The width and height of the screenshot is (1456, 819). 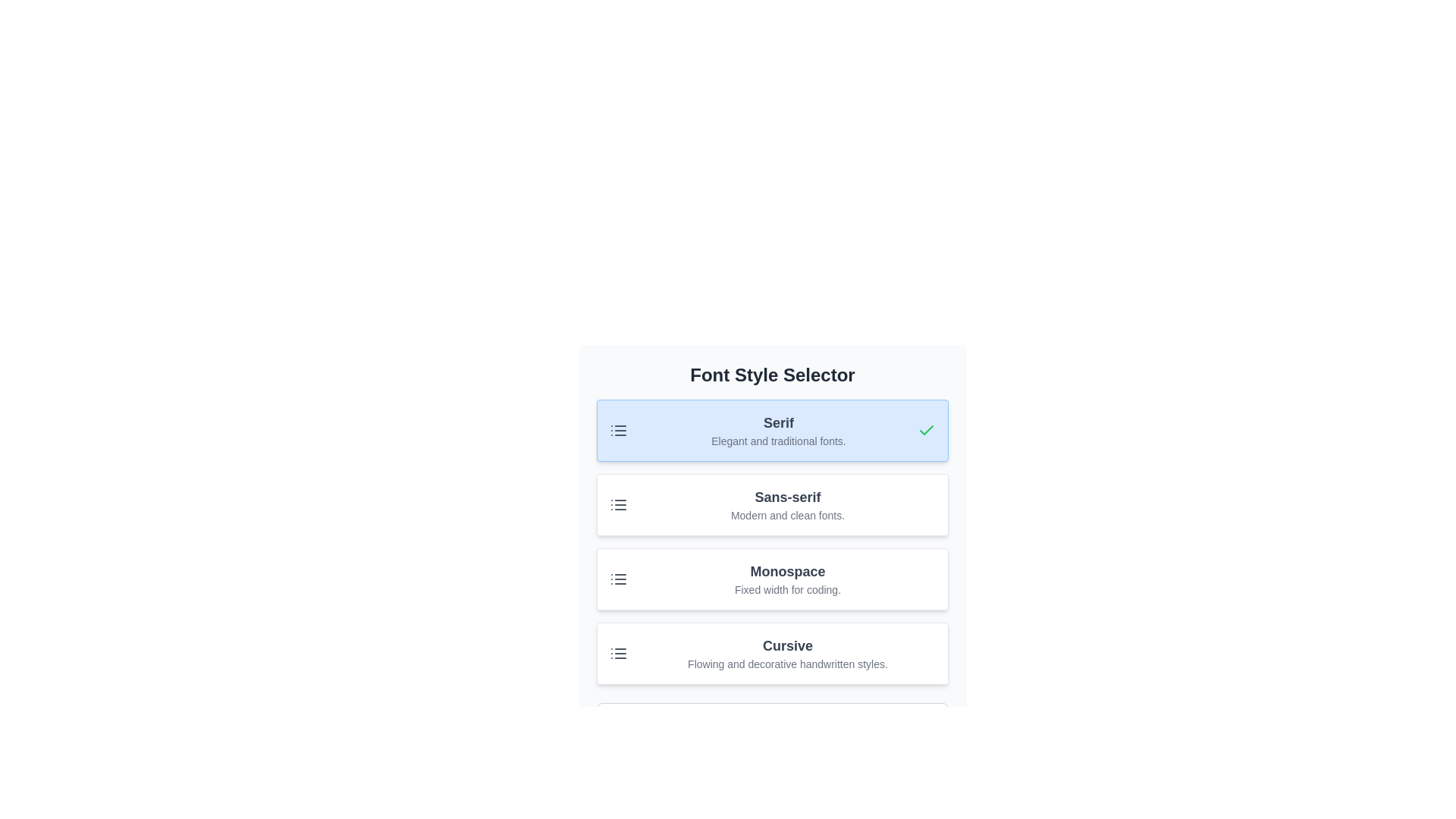 What do you see at coordinates (787, 589) in the screenshot?
I see `the descriptive label for the 'Monospace' font style option, which is located below the bold heading 'Monospace' in the 'Font Style Selector' interface` at bounding box center [787, 589].